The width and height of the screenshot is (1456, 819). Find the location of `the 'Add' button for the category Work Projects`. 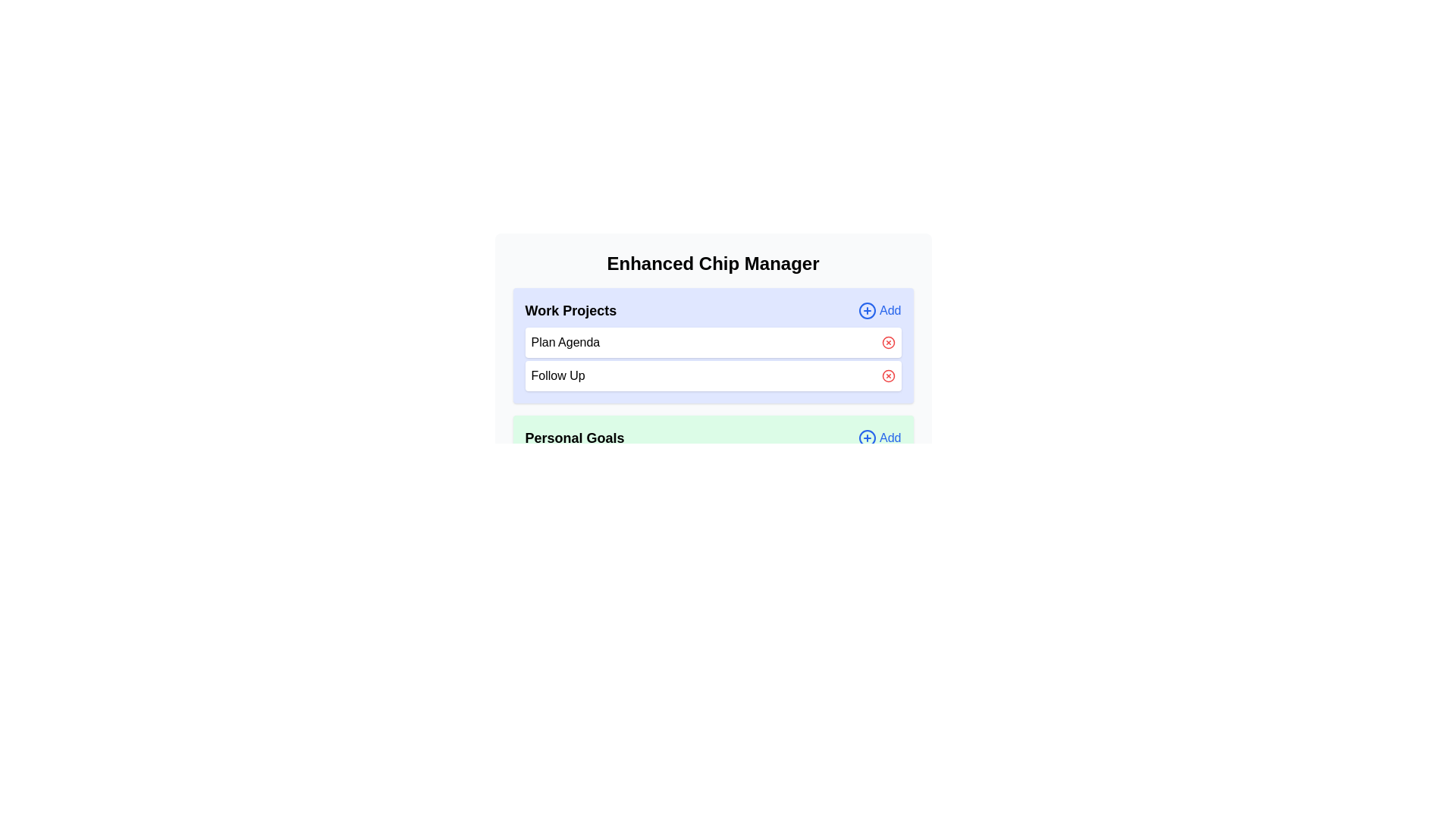

the 'Add' button for the category Work Projects is located at coordinates (880, 309).